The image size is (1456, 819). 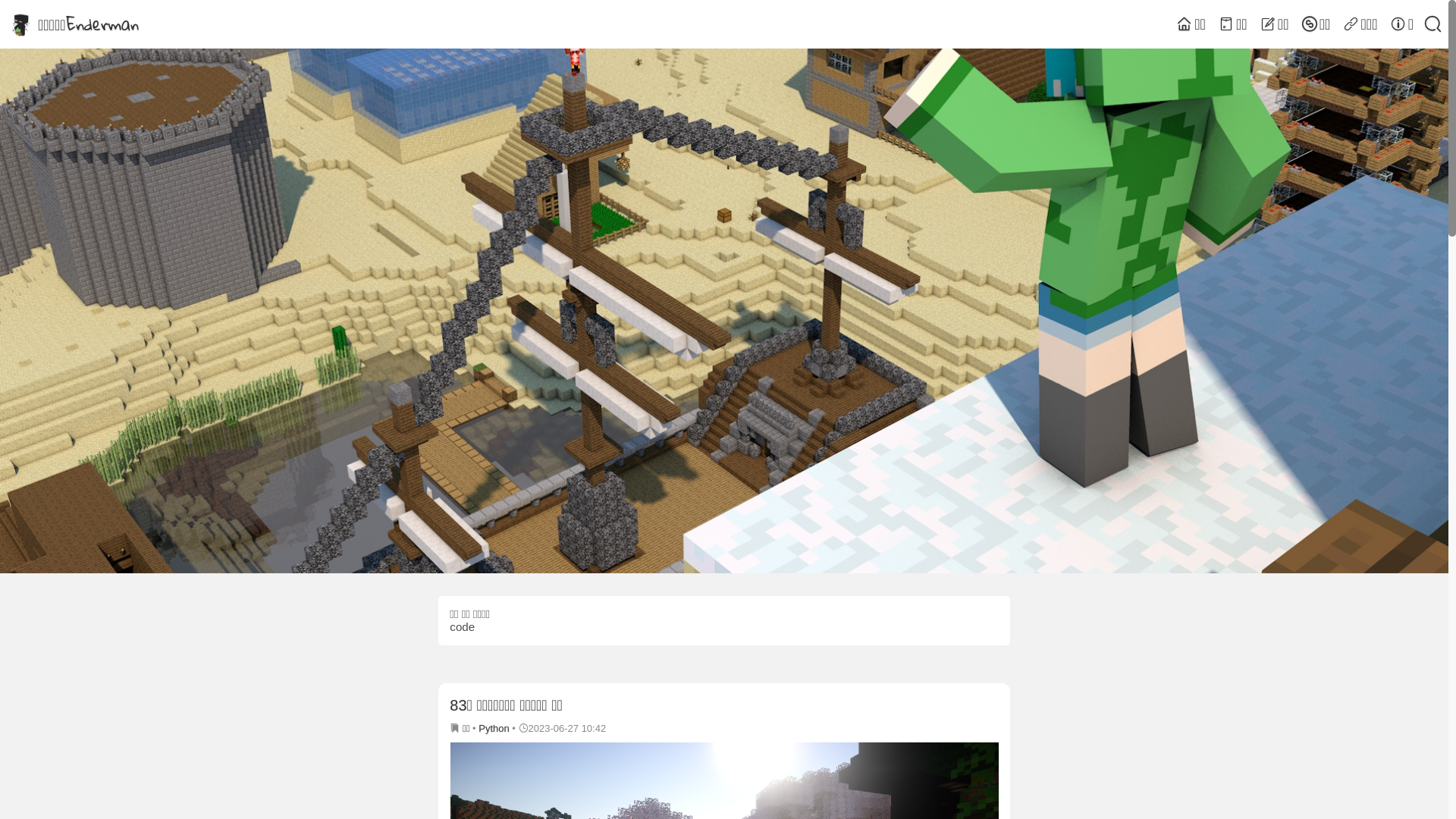 What do you see at coordinates (494, 727) in the screenshot?
I see `'Python'` at bounding box center [494, 727].